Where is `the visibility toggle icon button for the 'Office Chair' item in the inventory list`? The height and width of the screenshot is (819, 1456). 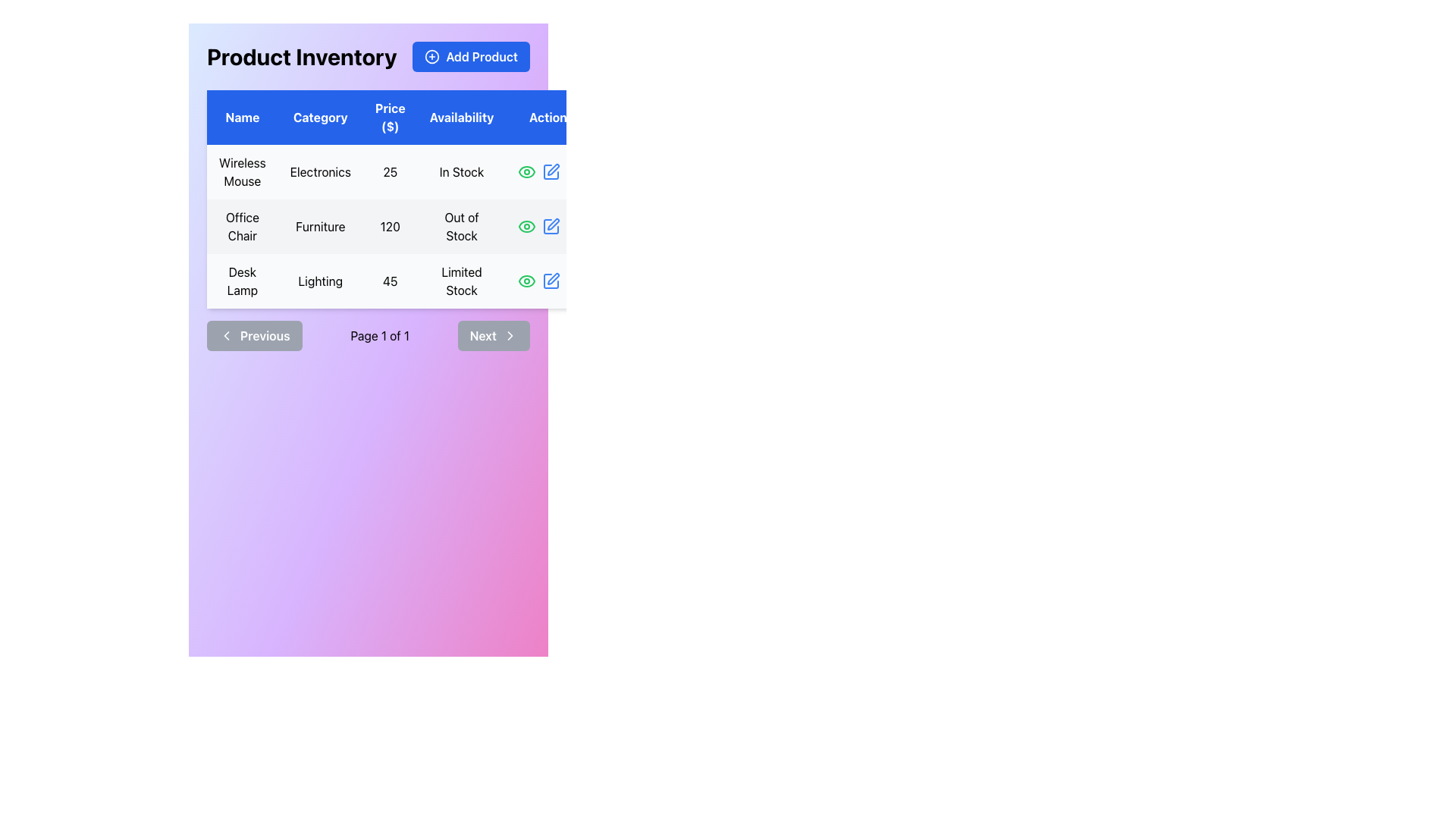 the visibility toggle icon button for the 'Office Chair' item in the inventory list is located at coordinates (527, 227).